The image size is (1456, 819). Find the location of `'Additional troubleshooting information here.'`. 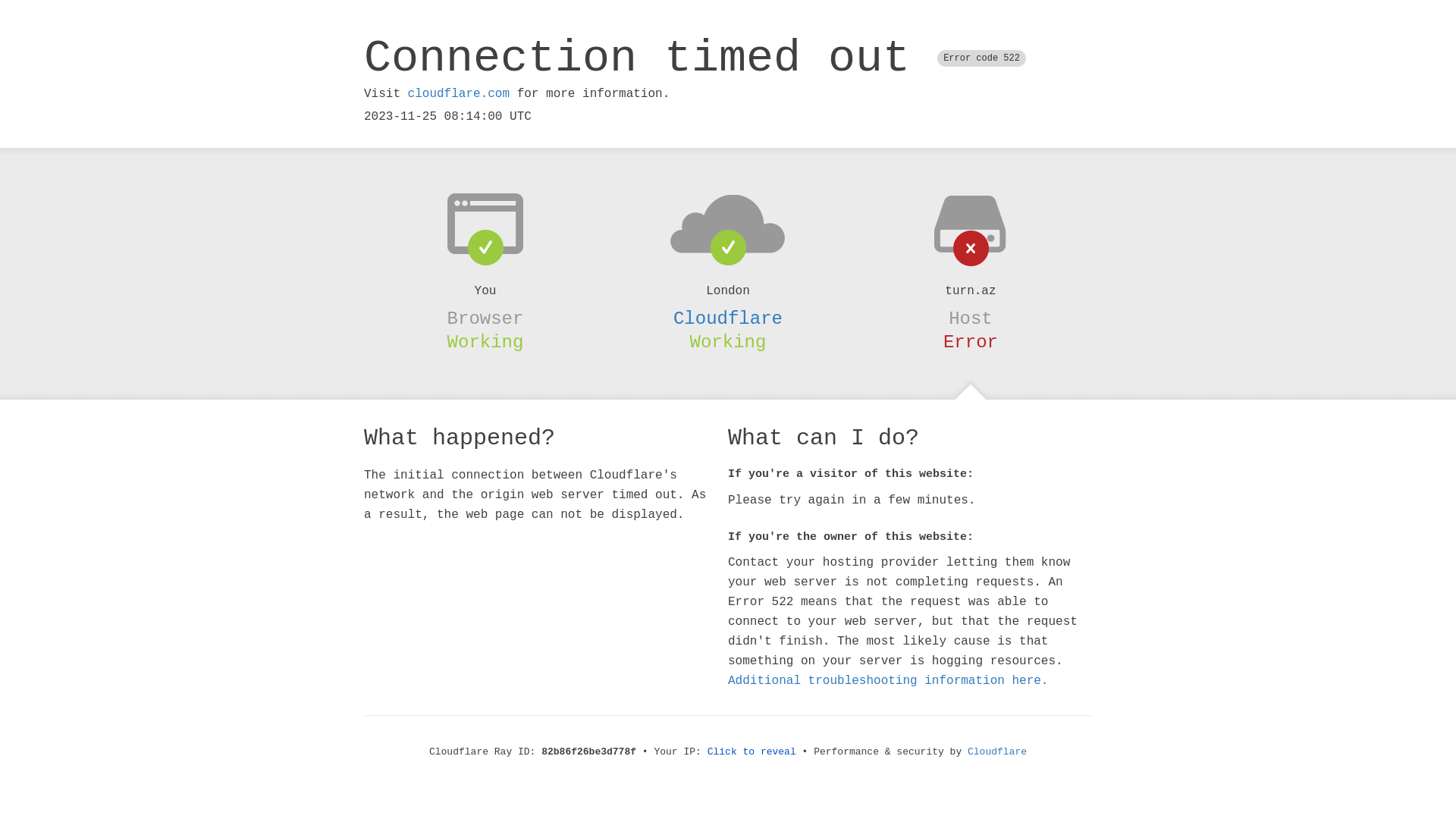

'Additional troubleshooting information here.' is located at coordinates (888, 680).